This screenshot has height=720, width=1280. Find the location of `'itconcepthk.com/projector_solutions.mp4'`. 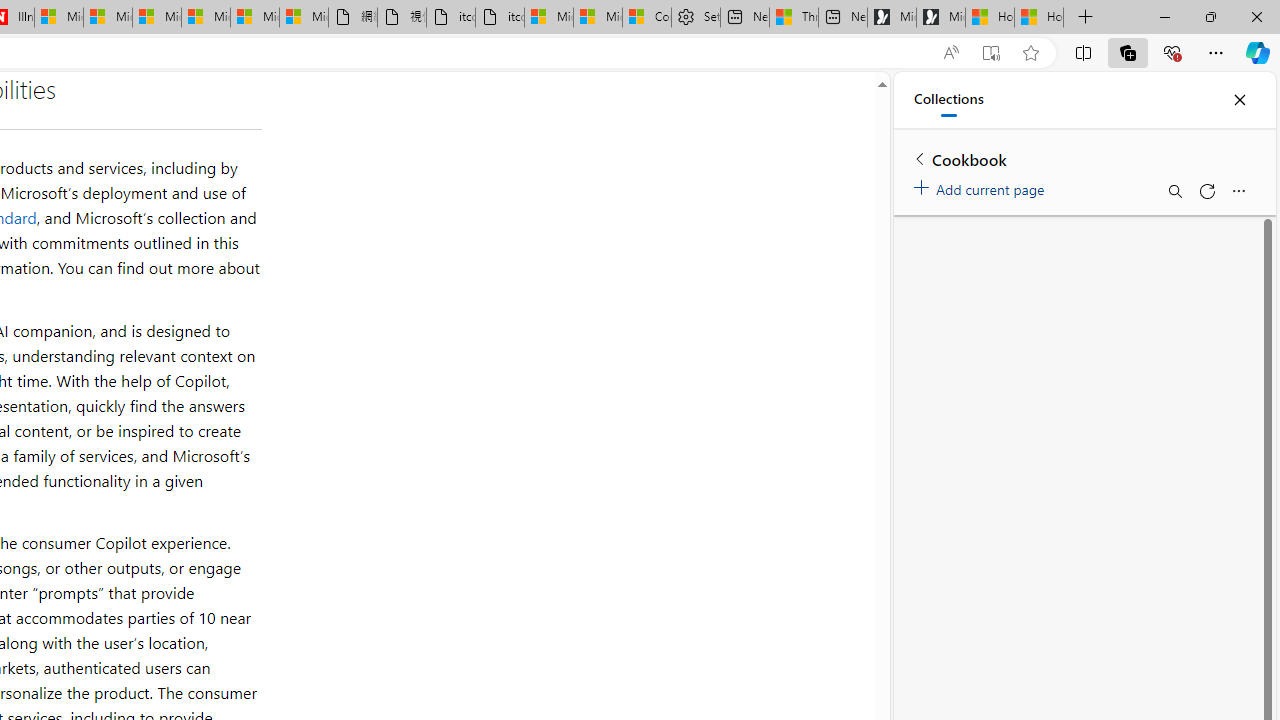

'itconcepthk.com/projector_solutions.mp4' is located at coordinates (499, 17).